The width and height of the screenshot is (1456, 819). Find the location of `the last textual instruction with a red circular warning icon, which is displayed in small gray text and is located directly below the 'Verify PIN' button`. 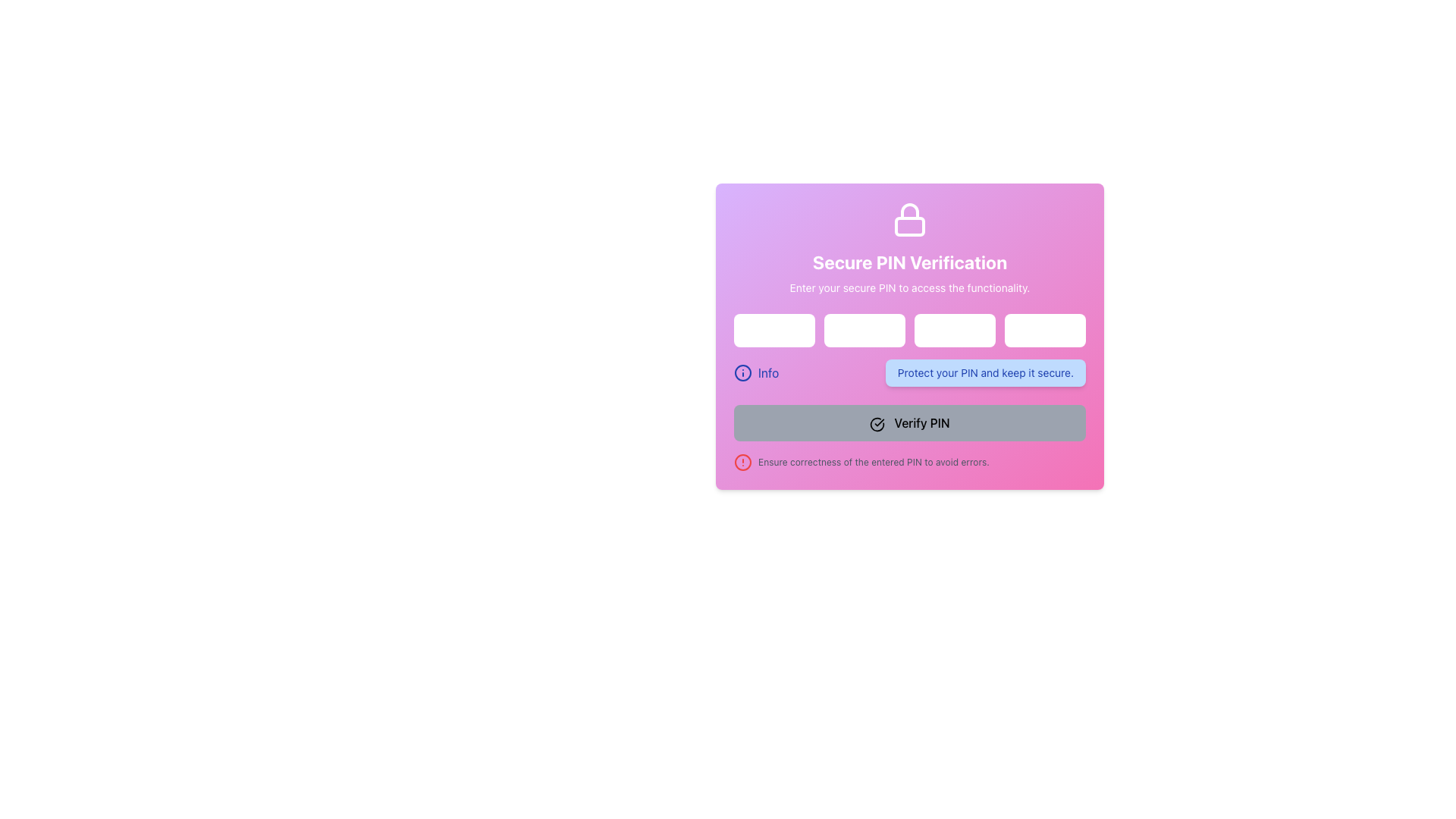

the last textual instruction with a red circular warning icon, which is displayed in small gray text and is located directly below the 'Verify PIN' button is located at coordinates (910, 461).